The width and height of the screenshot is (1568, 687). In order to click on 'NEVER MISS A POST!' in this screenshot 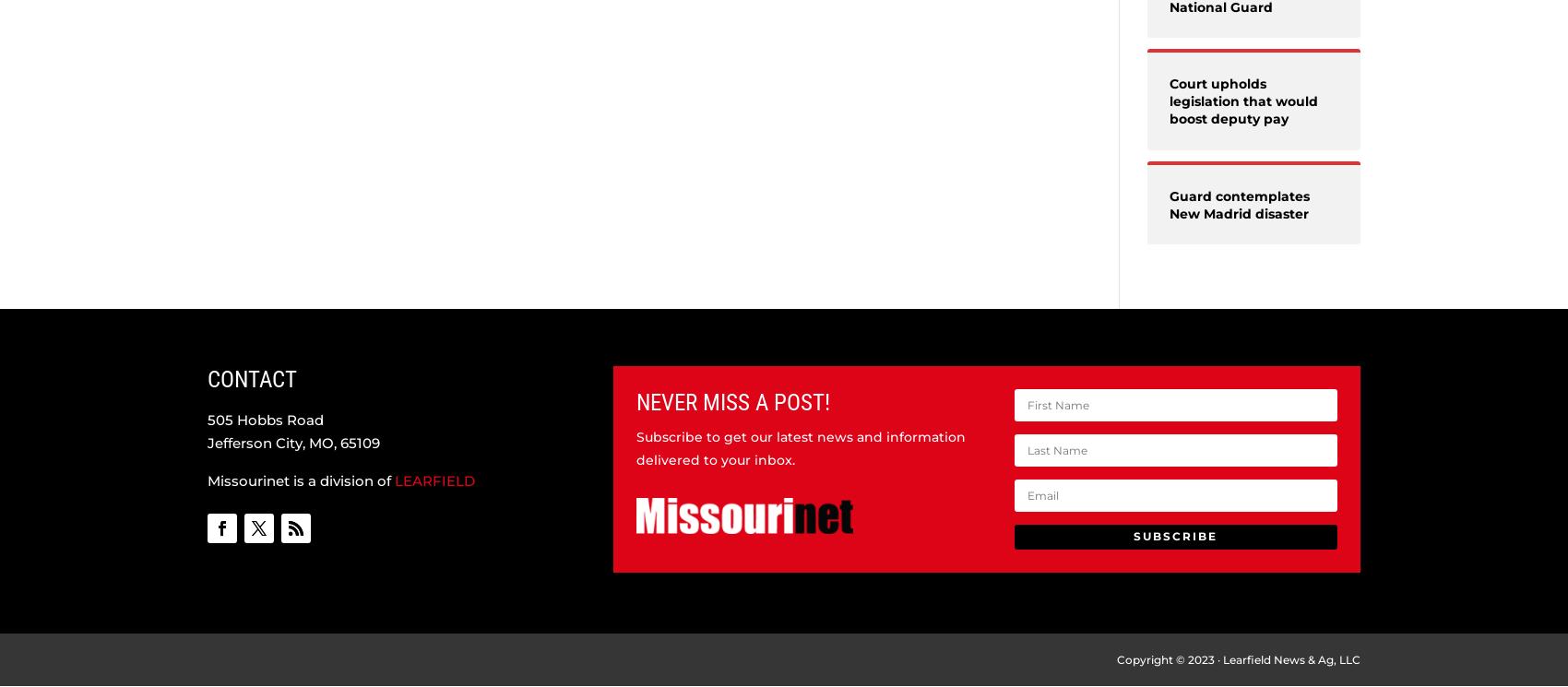, I will do `click(731, 401)`.